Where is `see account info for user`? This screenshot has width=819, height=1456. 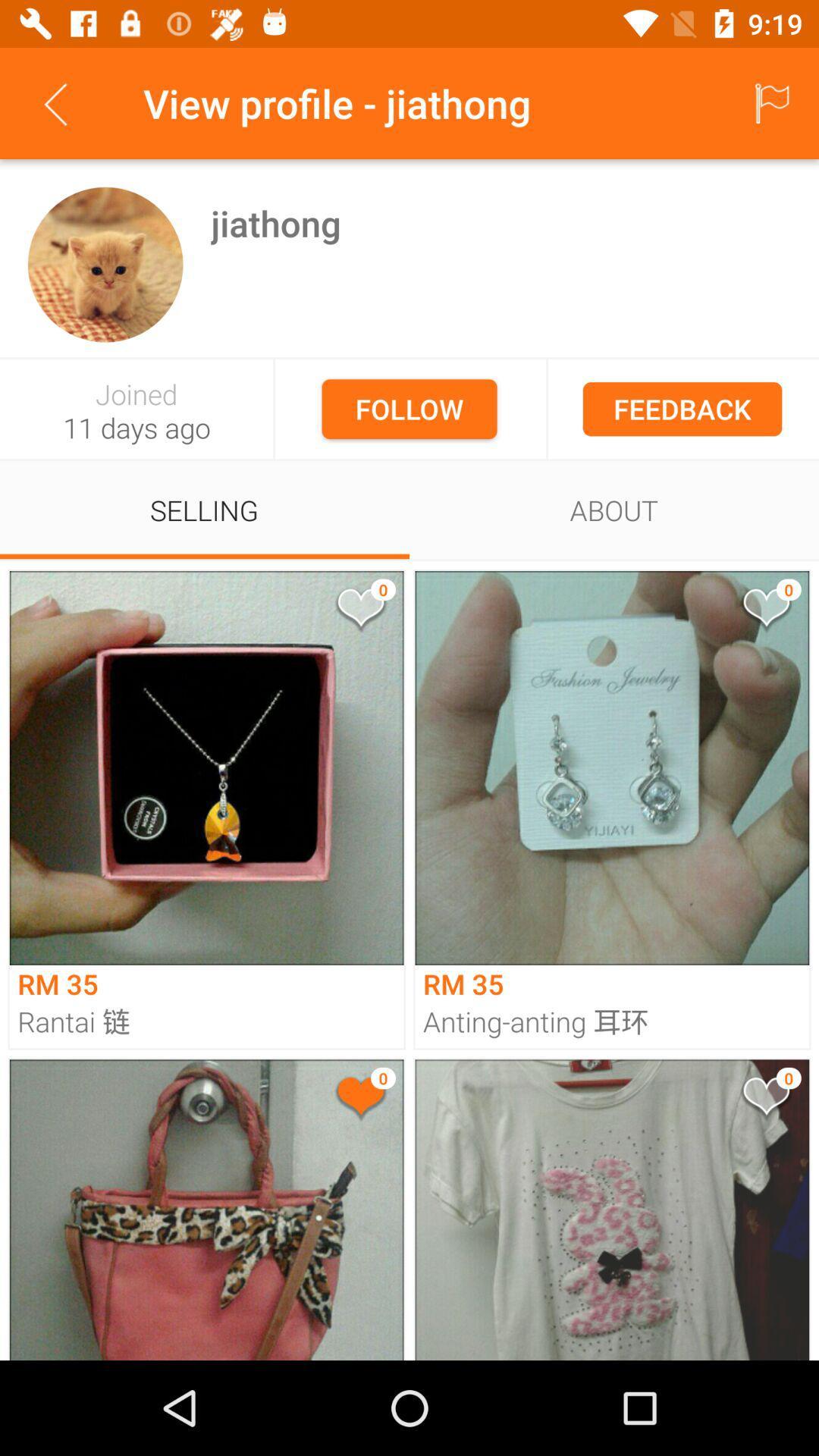 see account info for user is located at coordinates (105, 265).